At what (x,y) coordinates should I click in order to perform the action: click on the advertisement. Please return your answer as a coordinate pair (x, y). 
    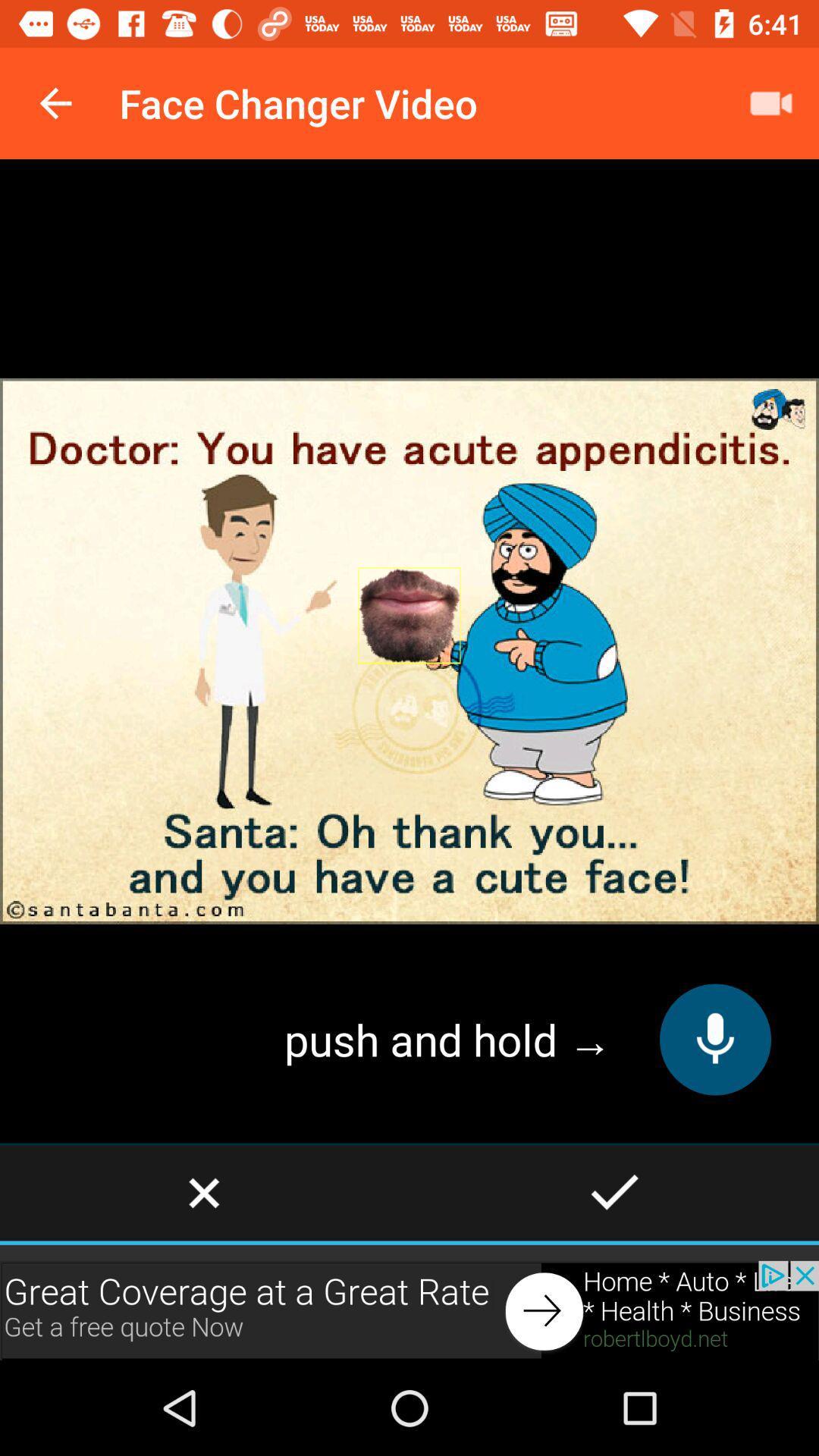
    Looking at the image, I should click on (409, 1310).